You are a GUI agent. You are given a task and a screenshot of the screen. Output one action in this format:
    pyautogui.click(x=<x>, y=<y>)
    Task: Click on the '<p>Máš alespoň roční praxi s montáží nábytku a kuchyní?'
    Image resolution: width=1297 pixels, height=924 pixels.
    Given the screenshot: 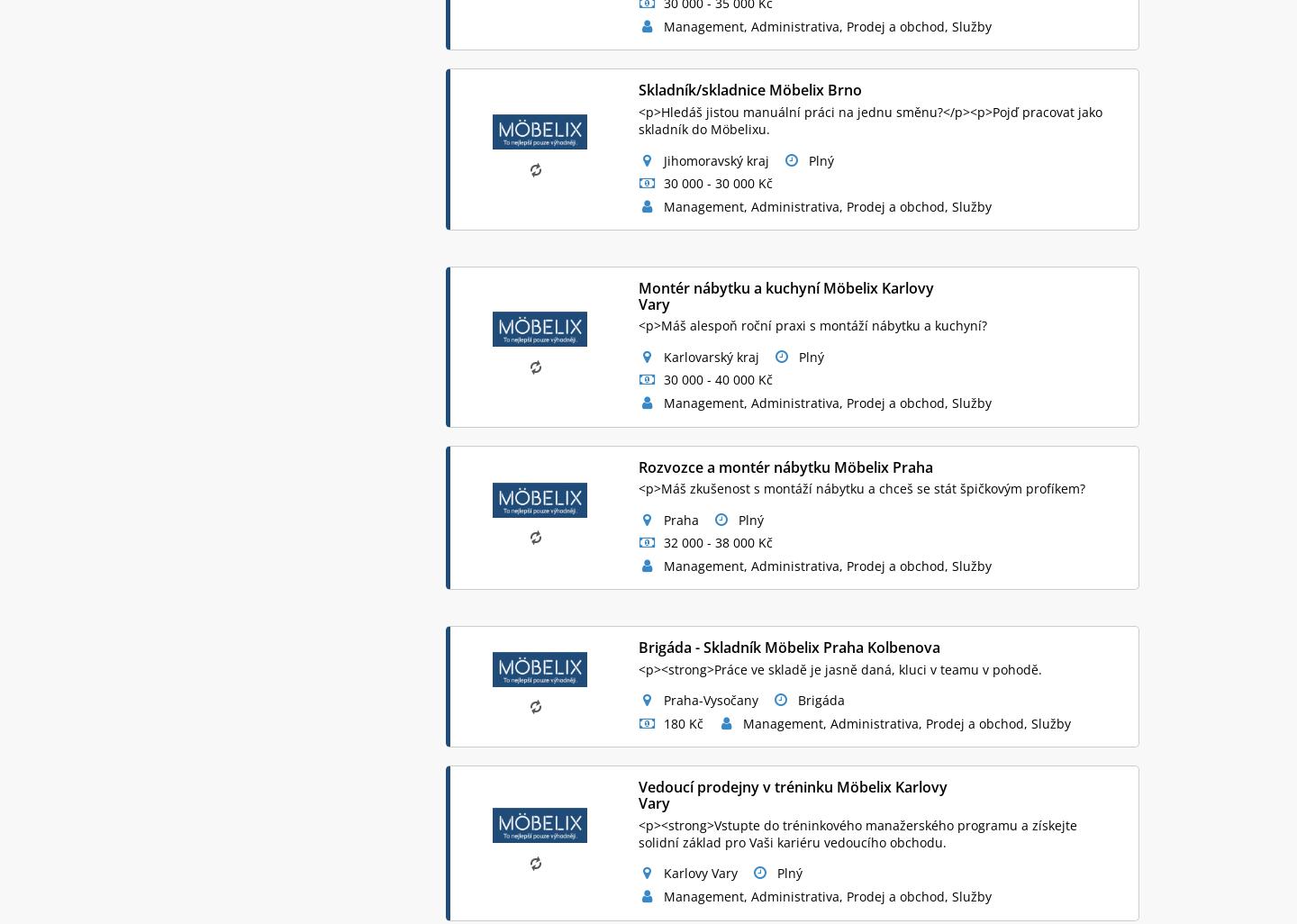 What is the action you would take?
    pyautogui.click(x=812, y=324)
    